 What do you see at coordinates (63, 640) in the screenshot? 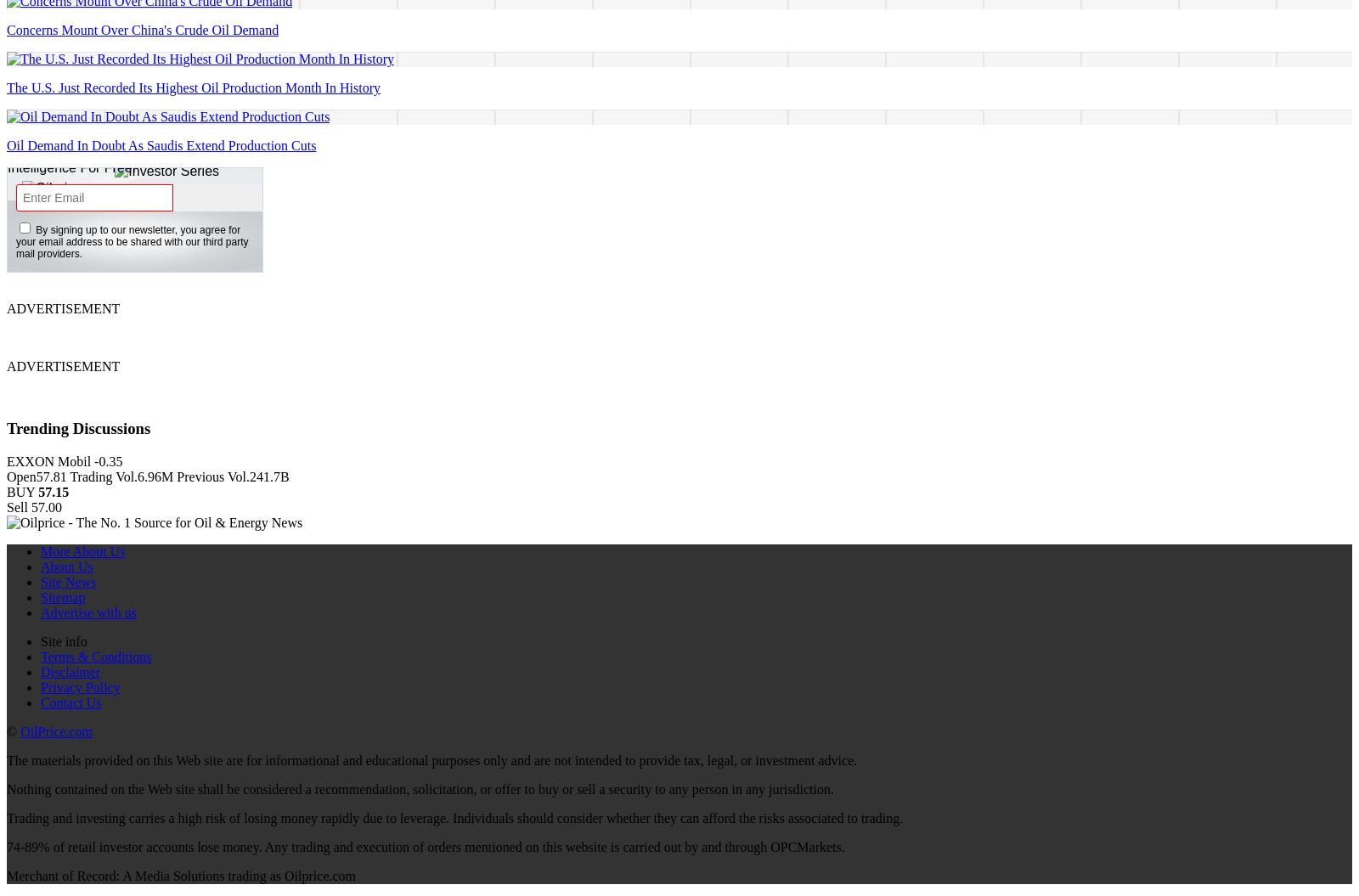
I see `'Site info'` at bounding box center [63, 640].